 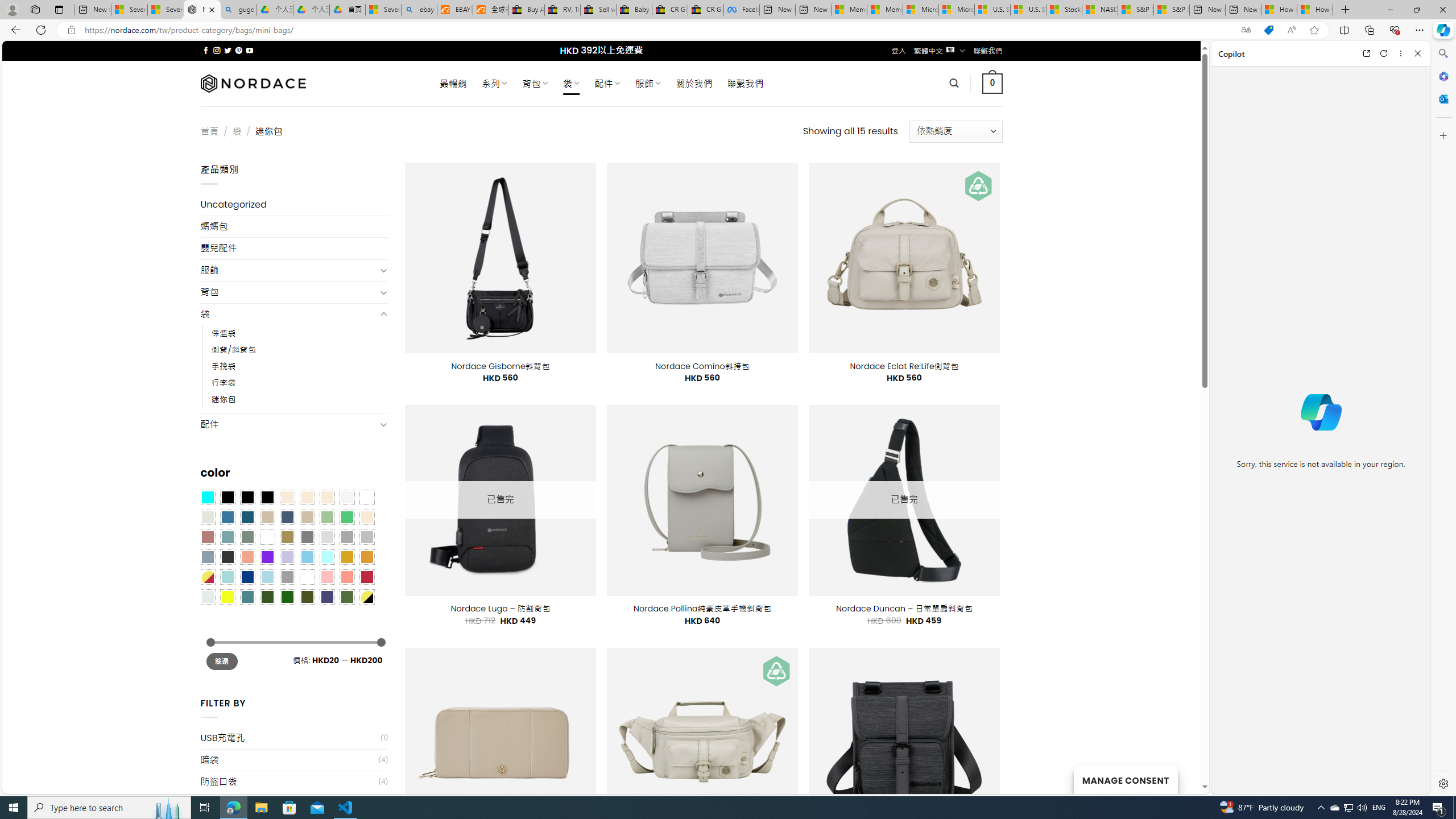 What do you see at coordinates (58, 9) in the screenshot?
I see `'Tab actions menu'` at bounding box center [58, 9].